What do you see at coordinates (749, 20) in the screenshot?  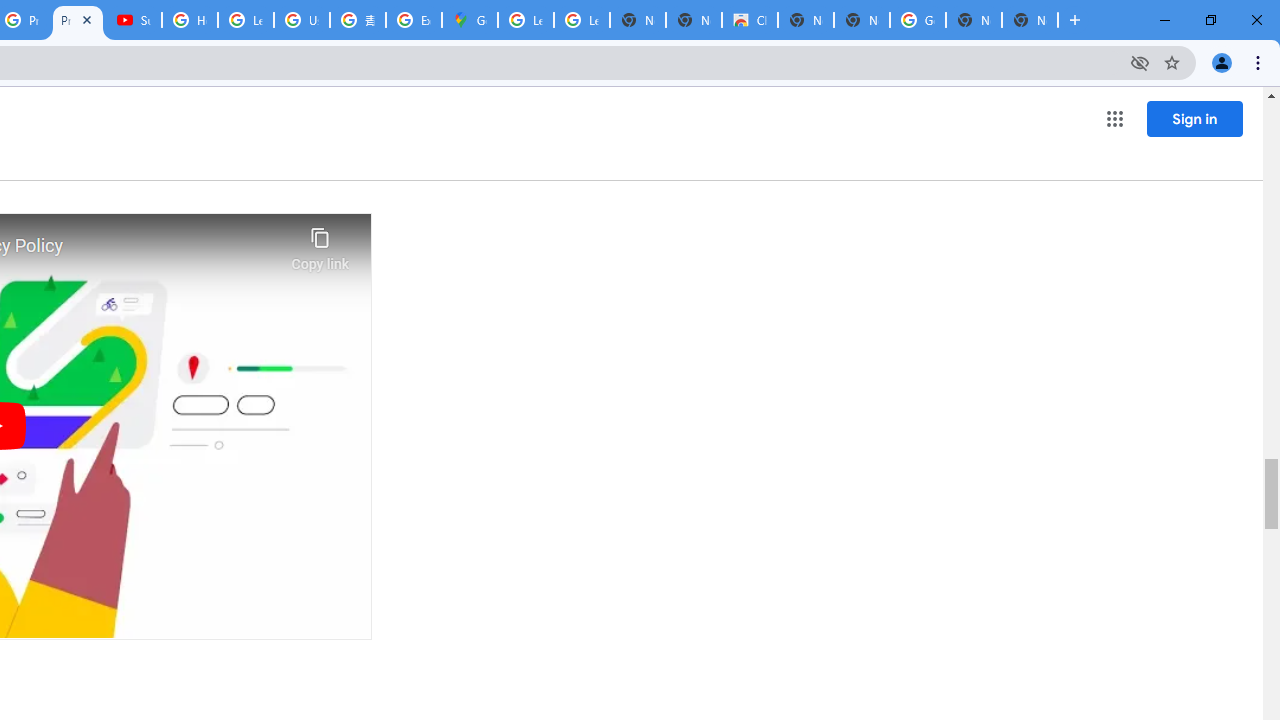 I see `'Chrome Web Store'` at bounding box center [749, 20].